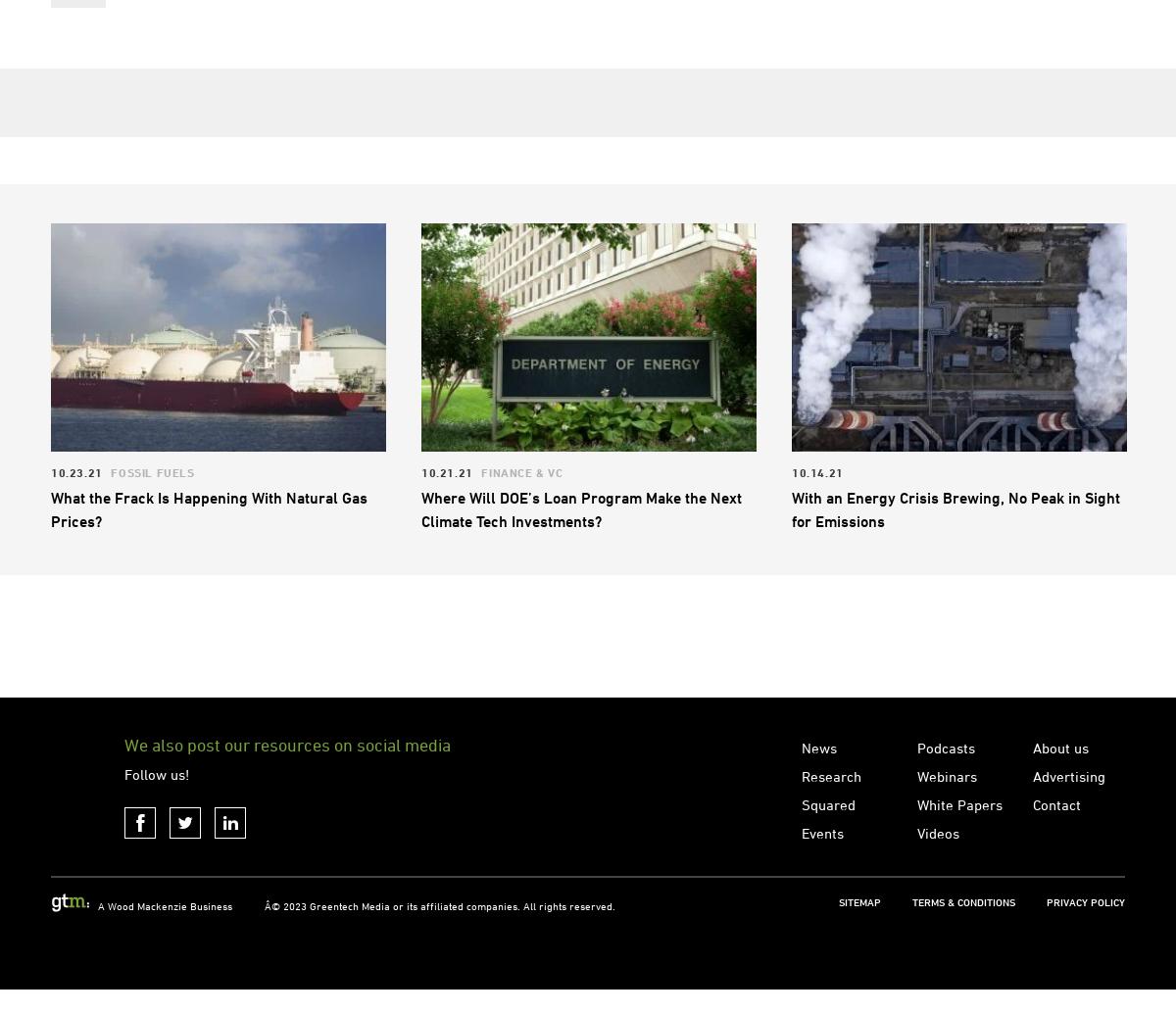  I want to click on '10.23.21', so click(78, 554).